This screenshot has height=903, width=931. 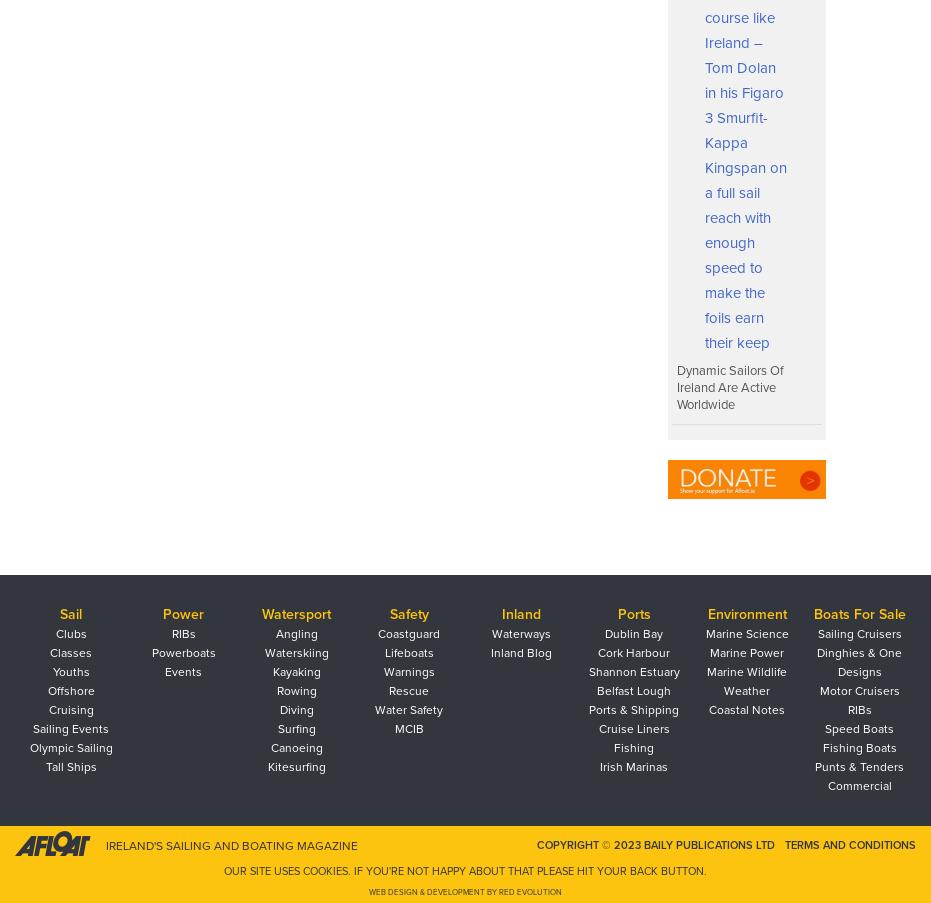 I want to click on 'Who is the Irish Sailing Performance head coach?', so click(x=403, y=273).